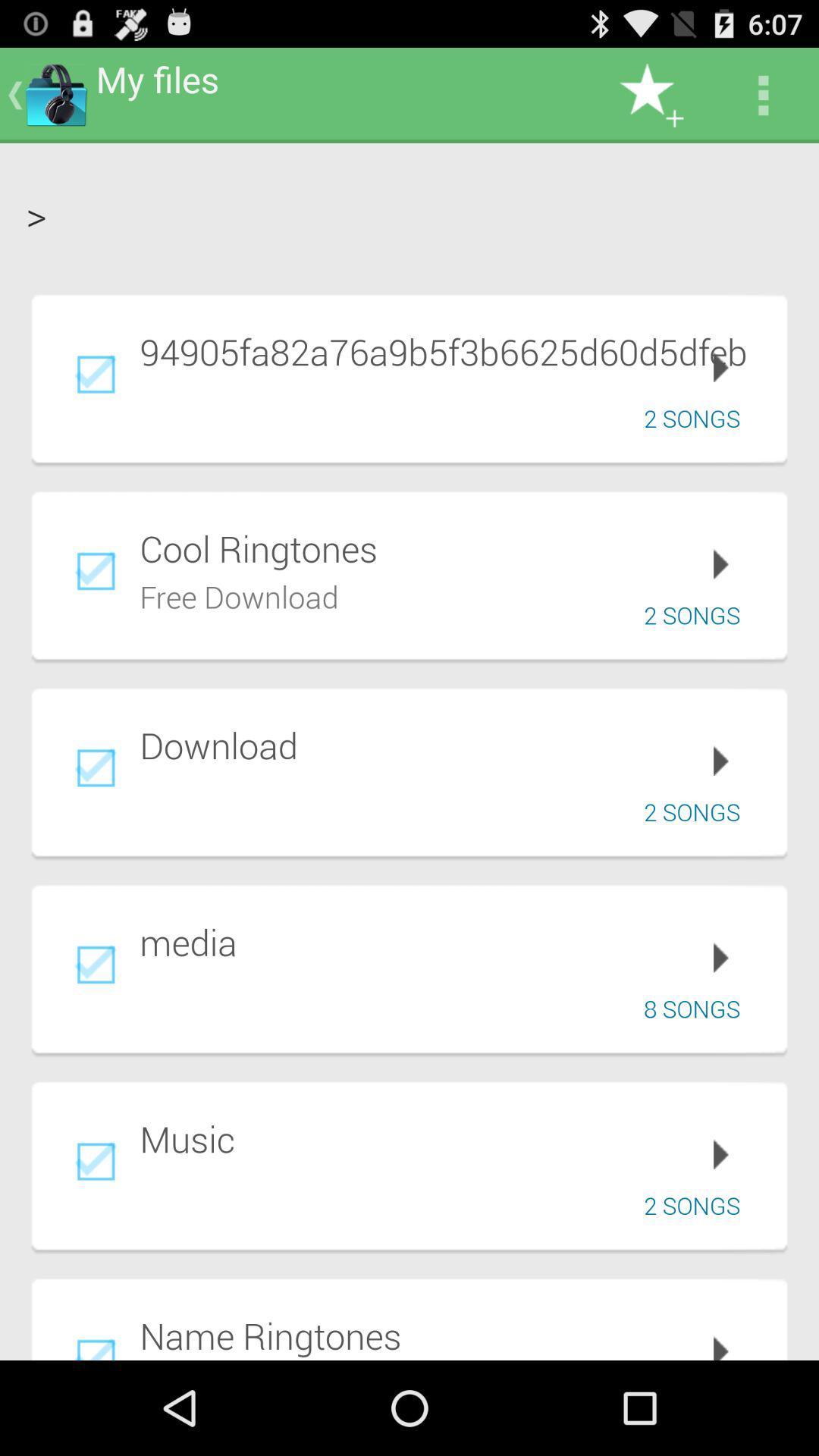  Describe the element at coordinates (651, 94) in the screenshot. I see `icon to the right of my files app` at that location.